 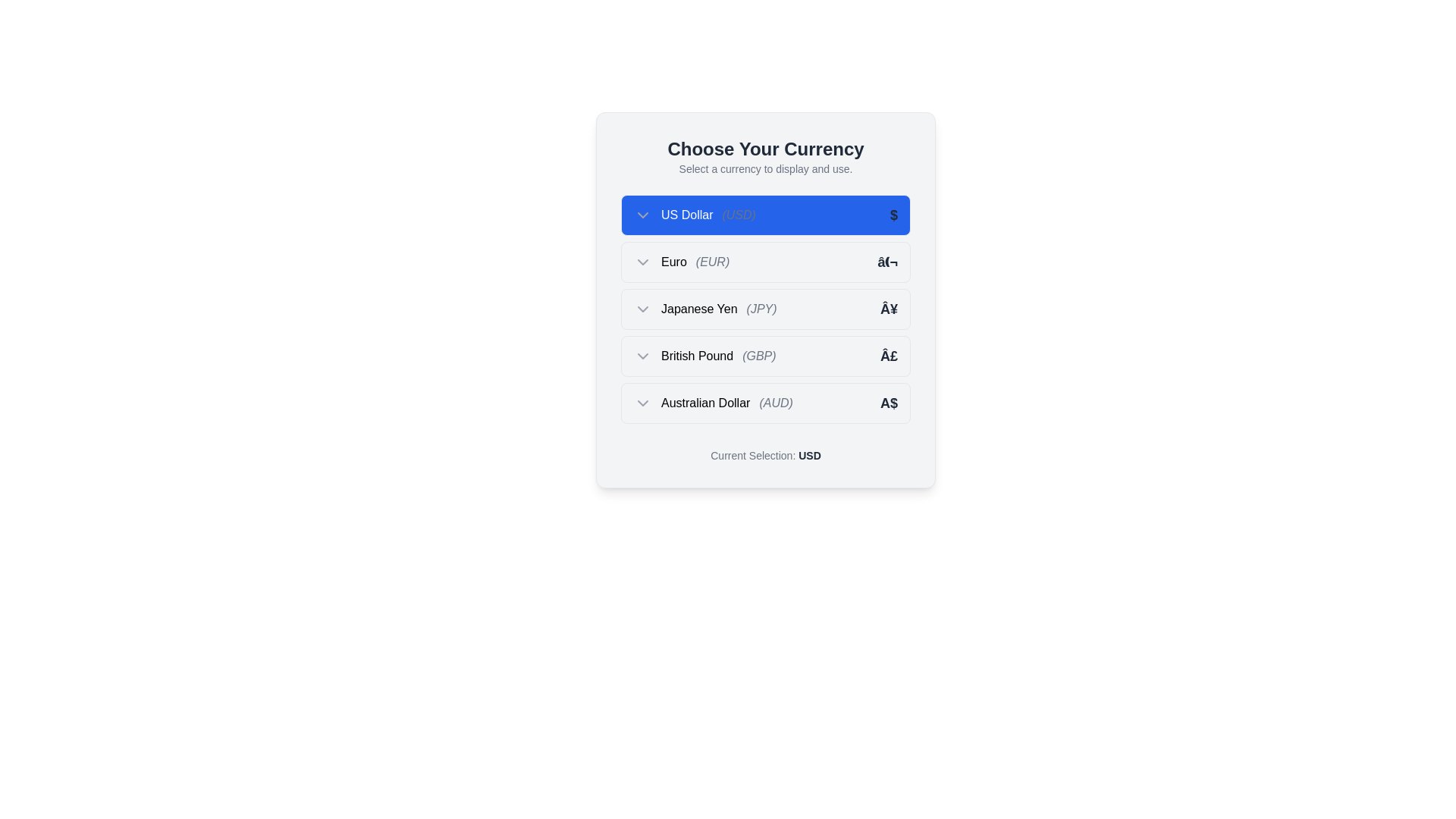 I want to click on the selectable list item element displaying 'Euro (EUR)' with the currency symbol '€' in a dropdown interface, positioned between 'US Dollar (USD)' and 'Japanese Yen (JPY), so click(x=765, y=262).